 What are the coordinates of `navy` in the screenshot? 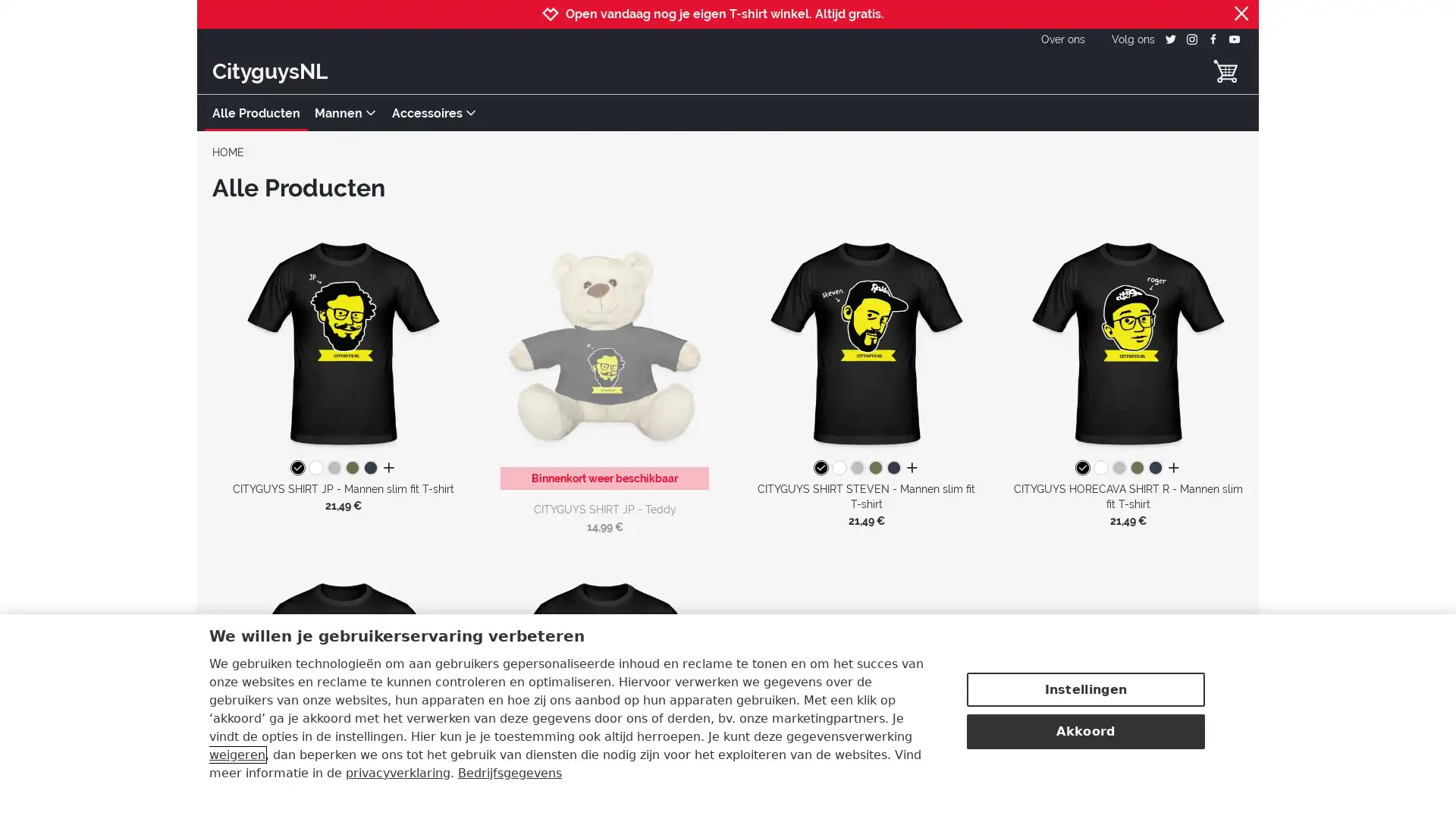 It's located at (893, 468).